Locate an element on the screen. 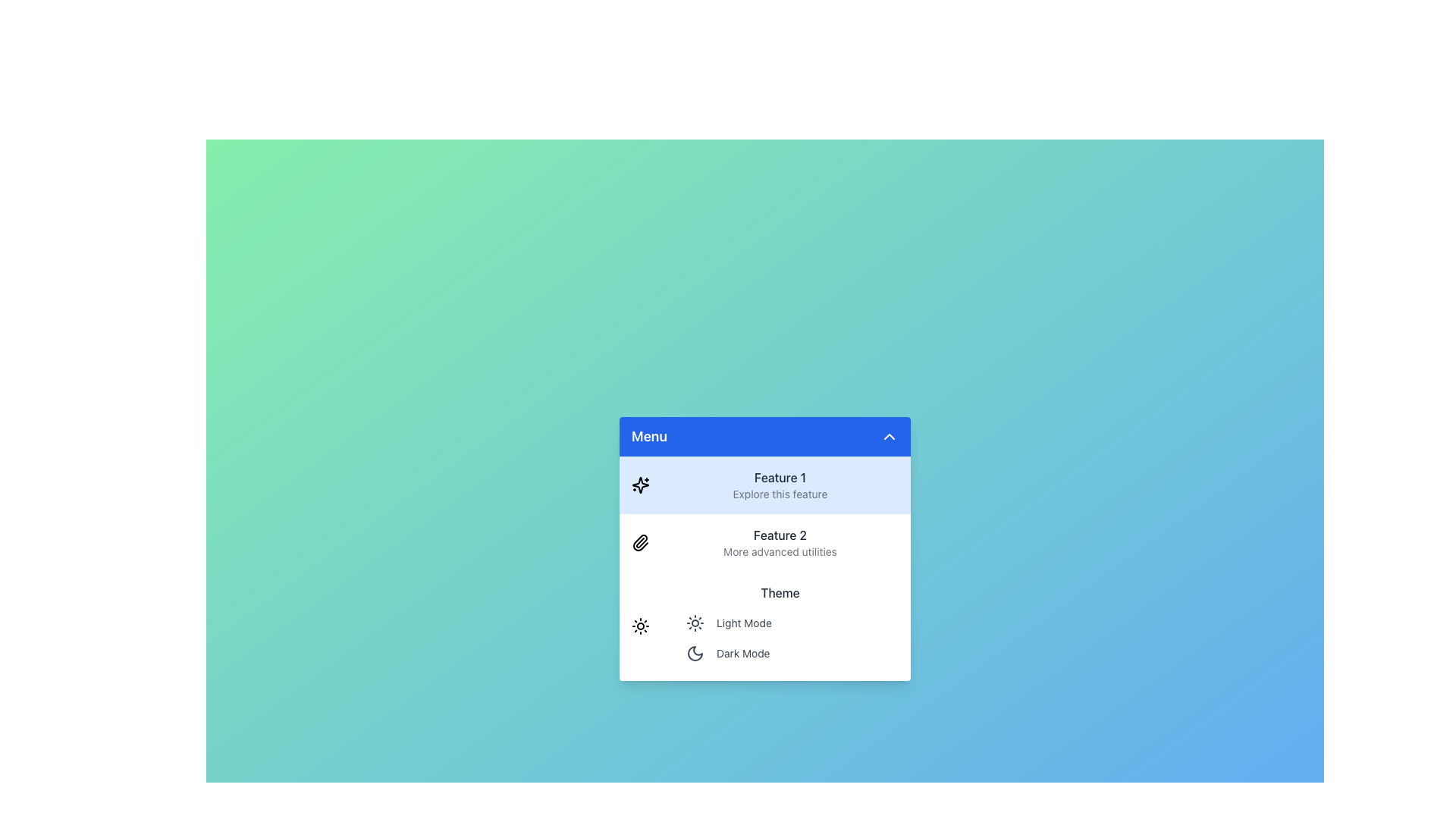  the 'Light Mode' icon located on the far left of the 'Theme' section in the vertical settings list is located at coordinates (694, 623).